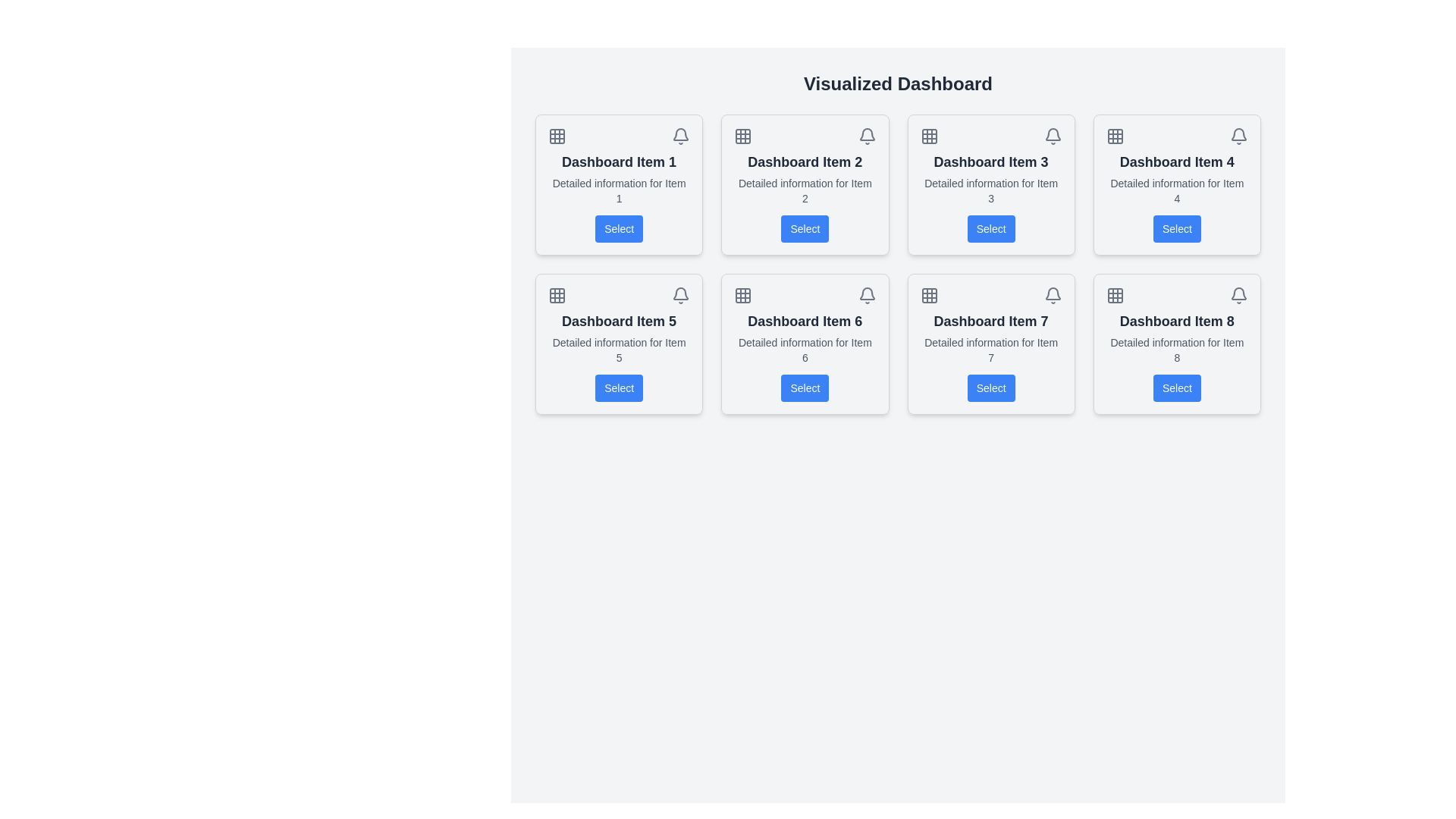 The height and width of the screenshot is (819, 1456). What do you see at coordinates (804, 228) in the screenshot?
I see `the 'Select' button located in the second card titled 'Dashboard Item 2' in the grid layout, positioned in the top-central area of the interface` at bounding box center [804, 228].